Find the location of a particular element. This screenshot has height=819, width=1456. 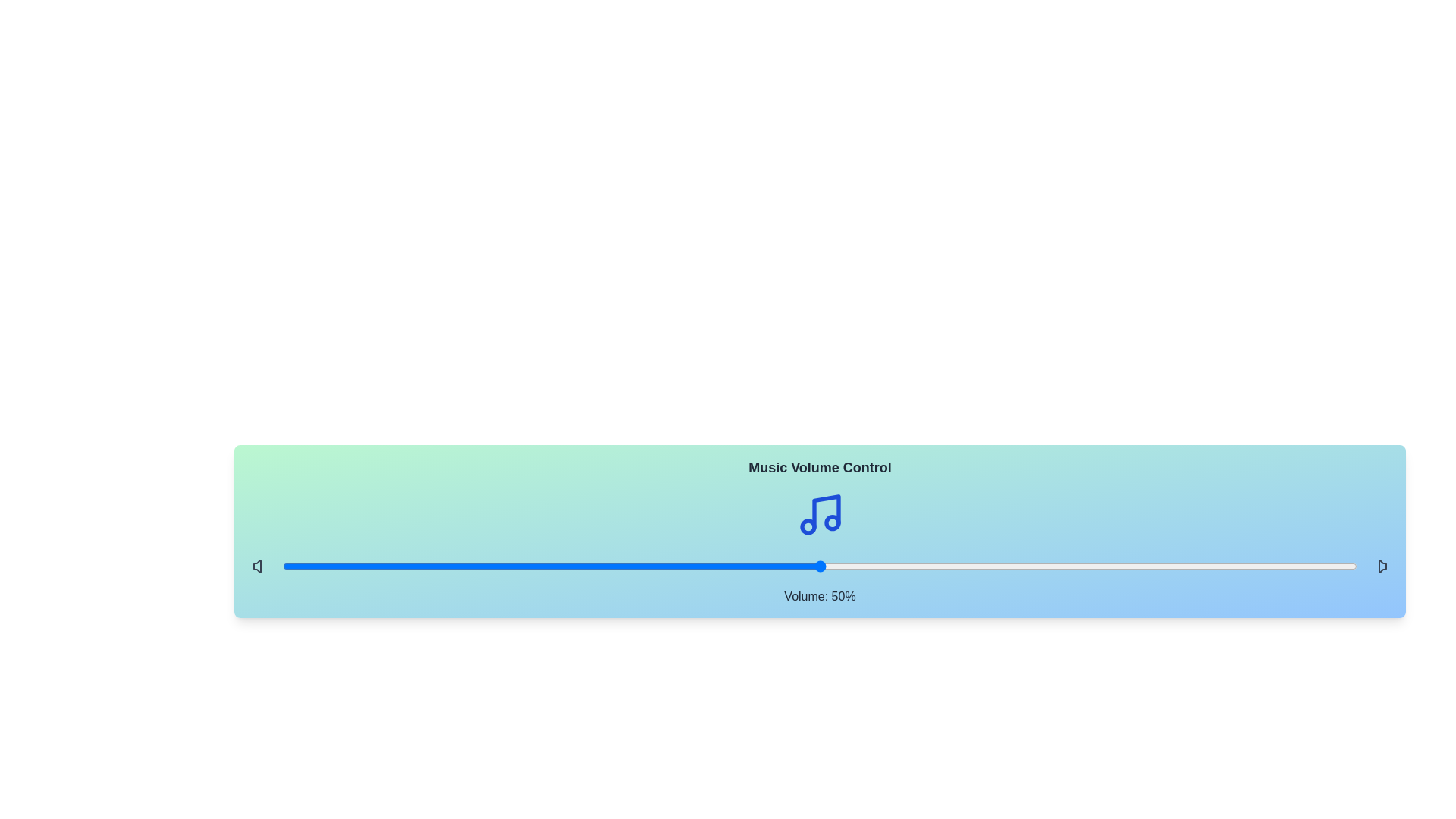

the volume slider to 74% is located at coordinates (1077, 566).